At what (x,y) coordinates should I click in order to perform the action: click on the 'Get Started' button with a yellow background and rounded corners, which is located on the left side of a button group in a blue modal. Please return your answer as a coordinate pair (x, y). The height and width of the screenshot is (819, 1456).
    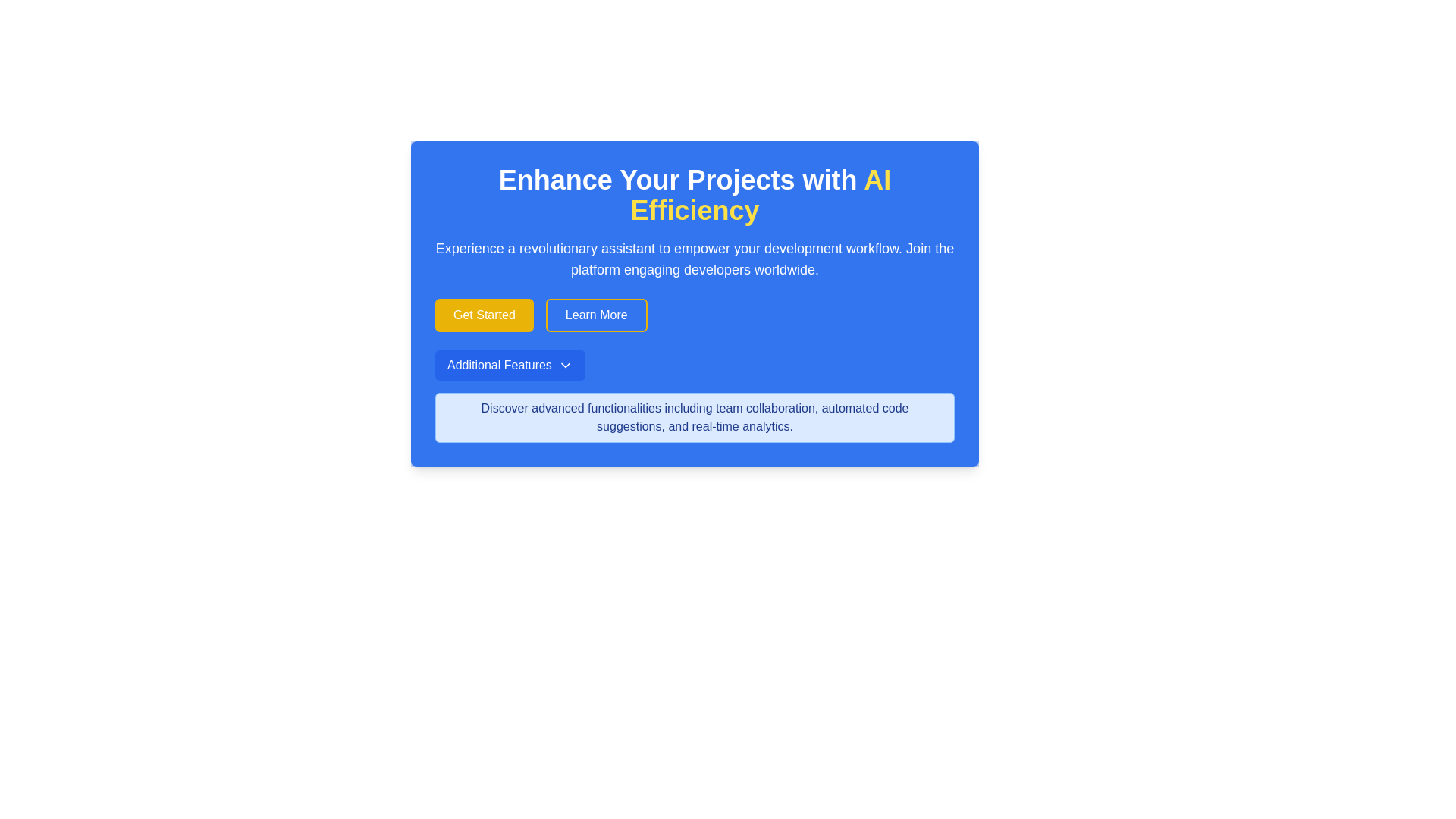
    Looking at the image, I should click on (483, 315).